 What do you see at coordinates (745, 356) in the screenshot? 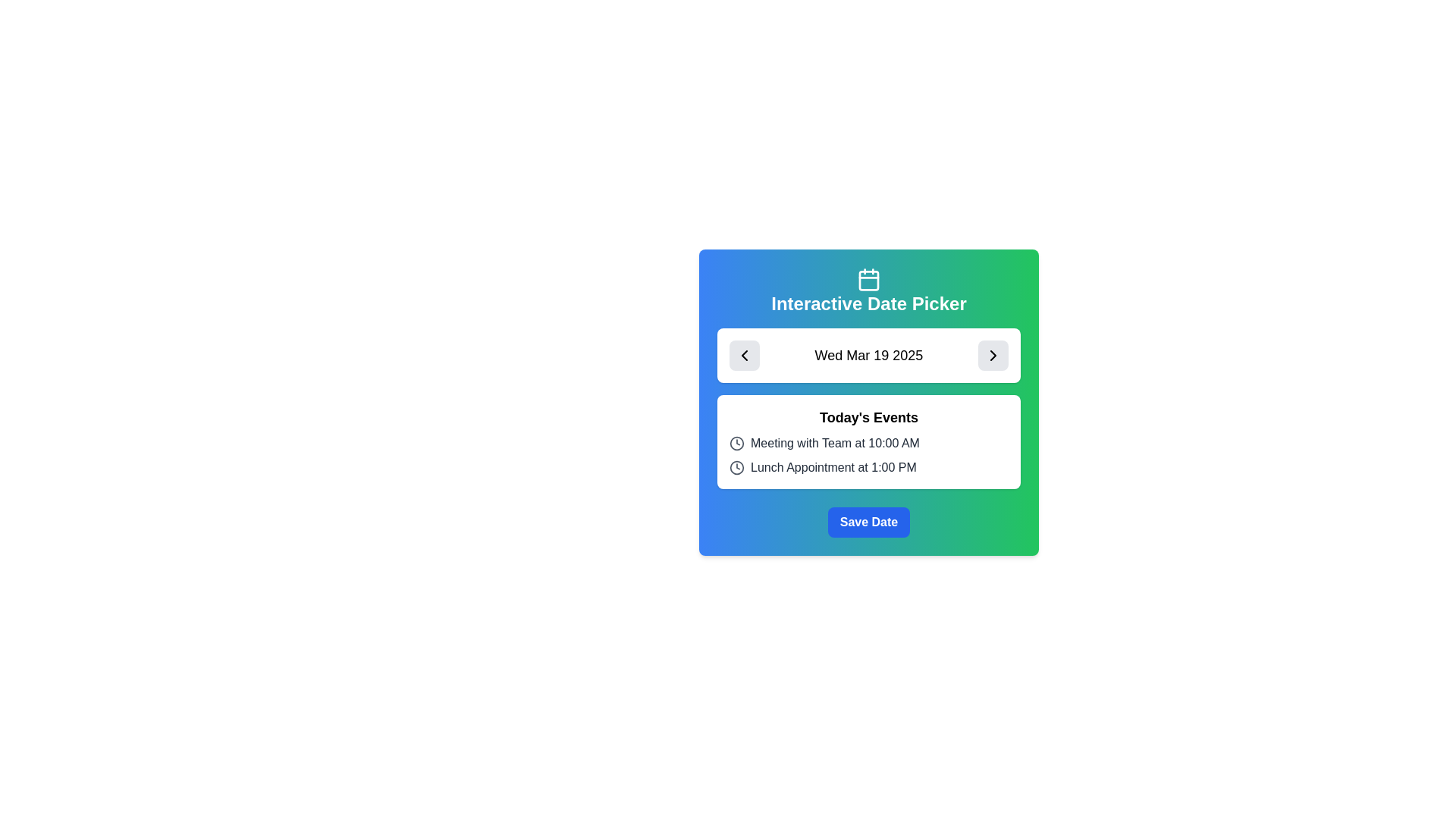
I see `the left-chevron navigation button in the Interactive Date Picker UI` at bounding box center [745, 356].